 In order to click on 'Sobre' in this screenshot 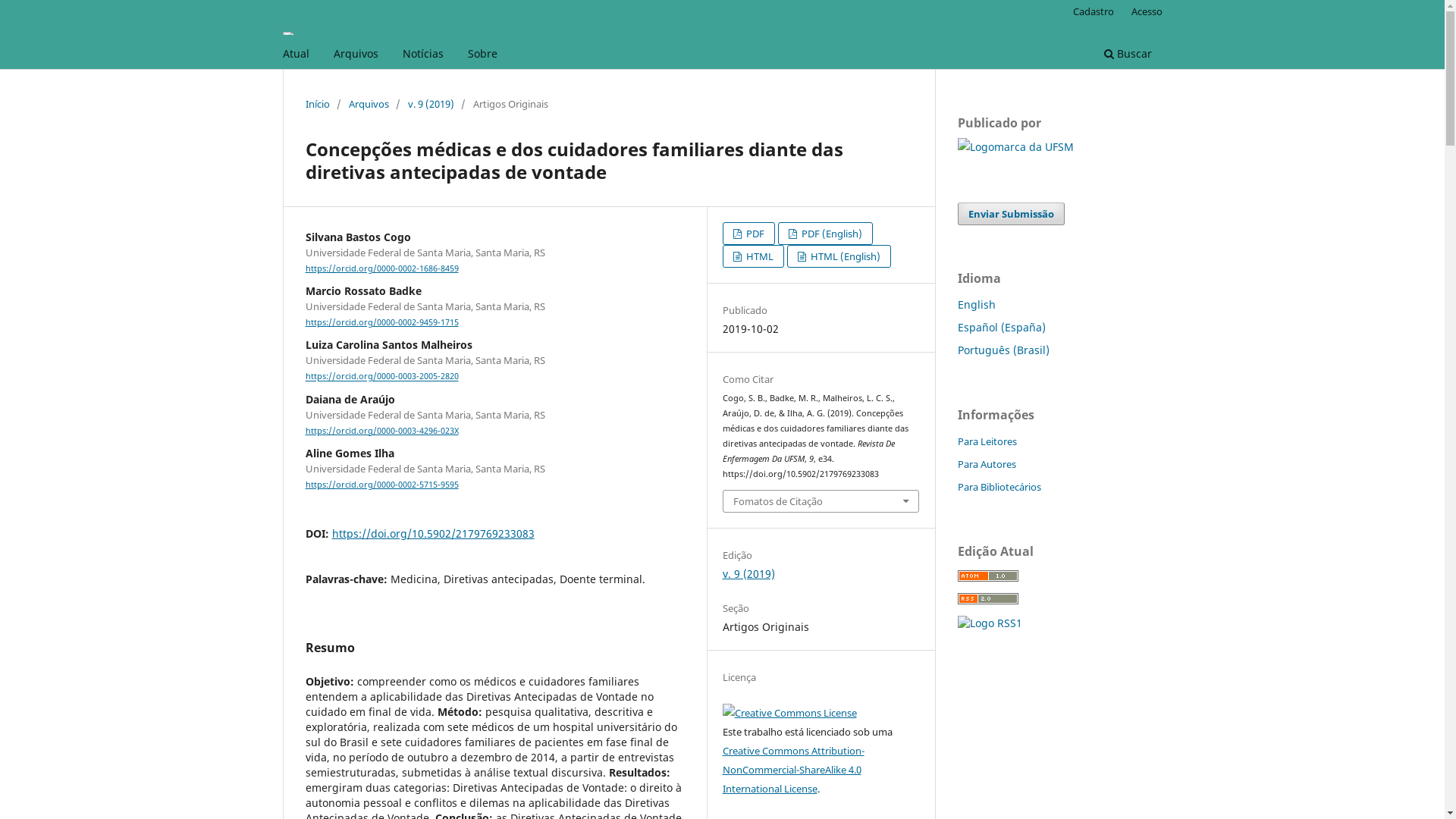, I will do `click(461, 55)`.